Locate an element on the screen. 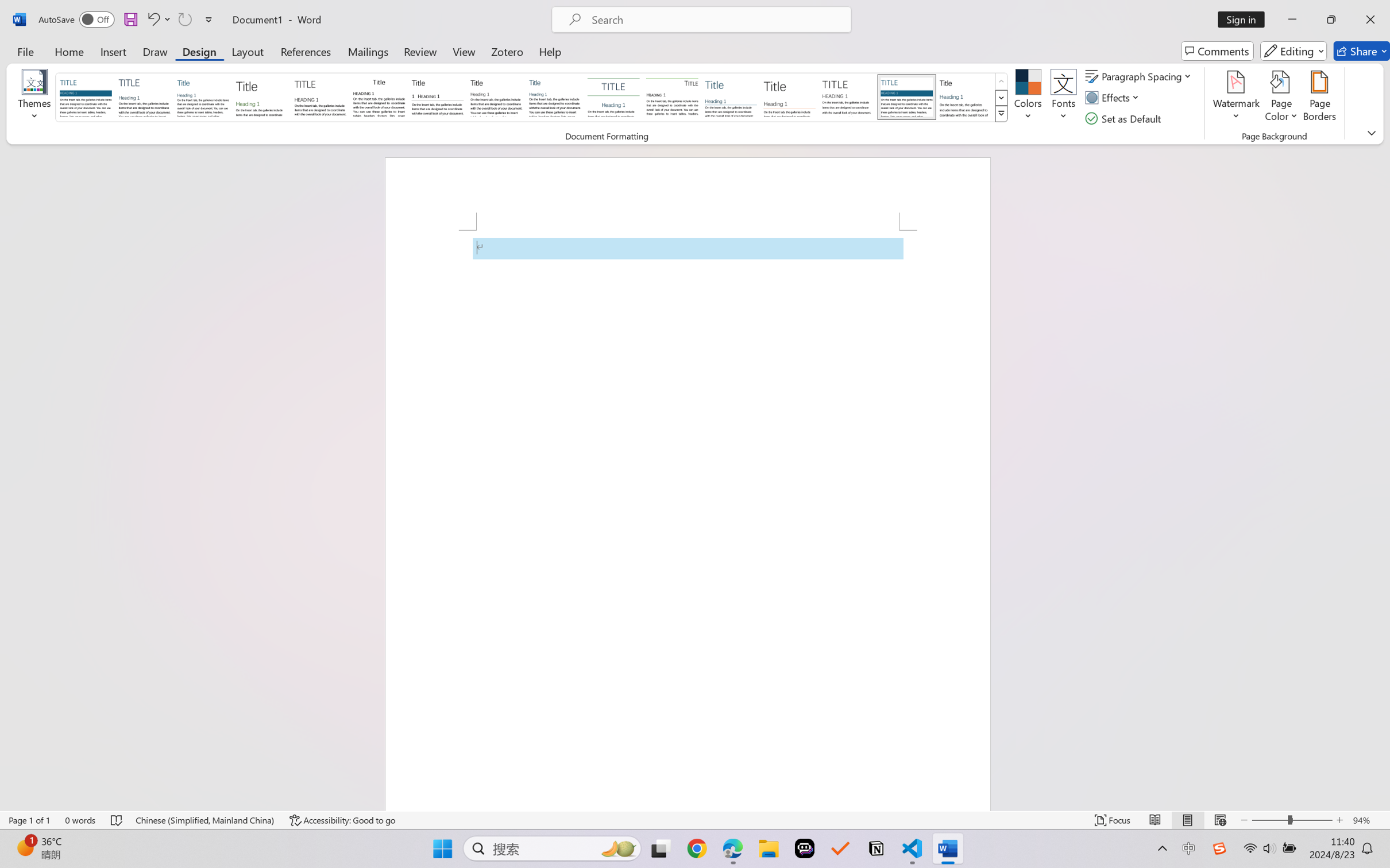 Image resolution: width=1390 pixels, height=868 pixels. 'Effects' is located at coordinates (1114, 98).